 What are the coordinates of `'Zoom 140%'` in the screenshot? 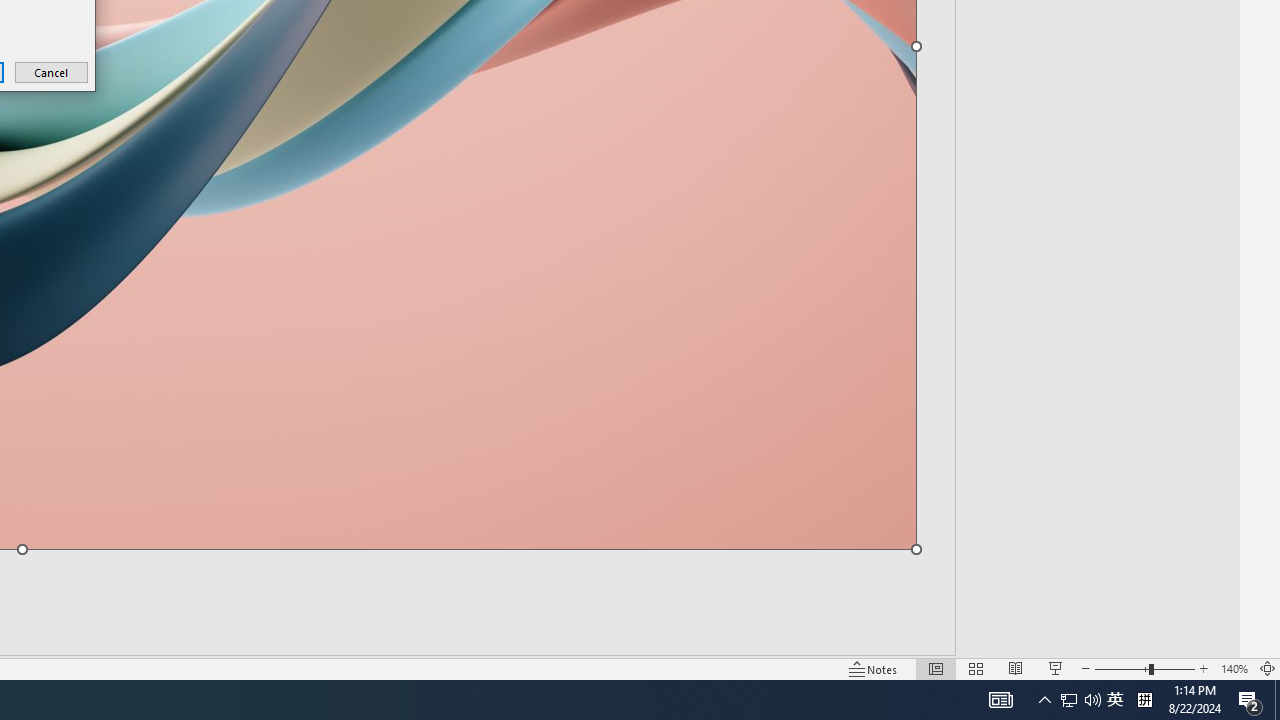 It's located at (1233, 669).